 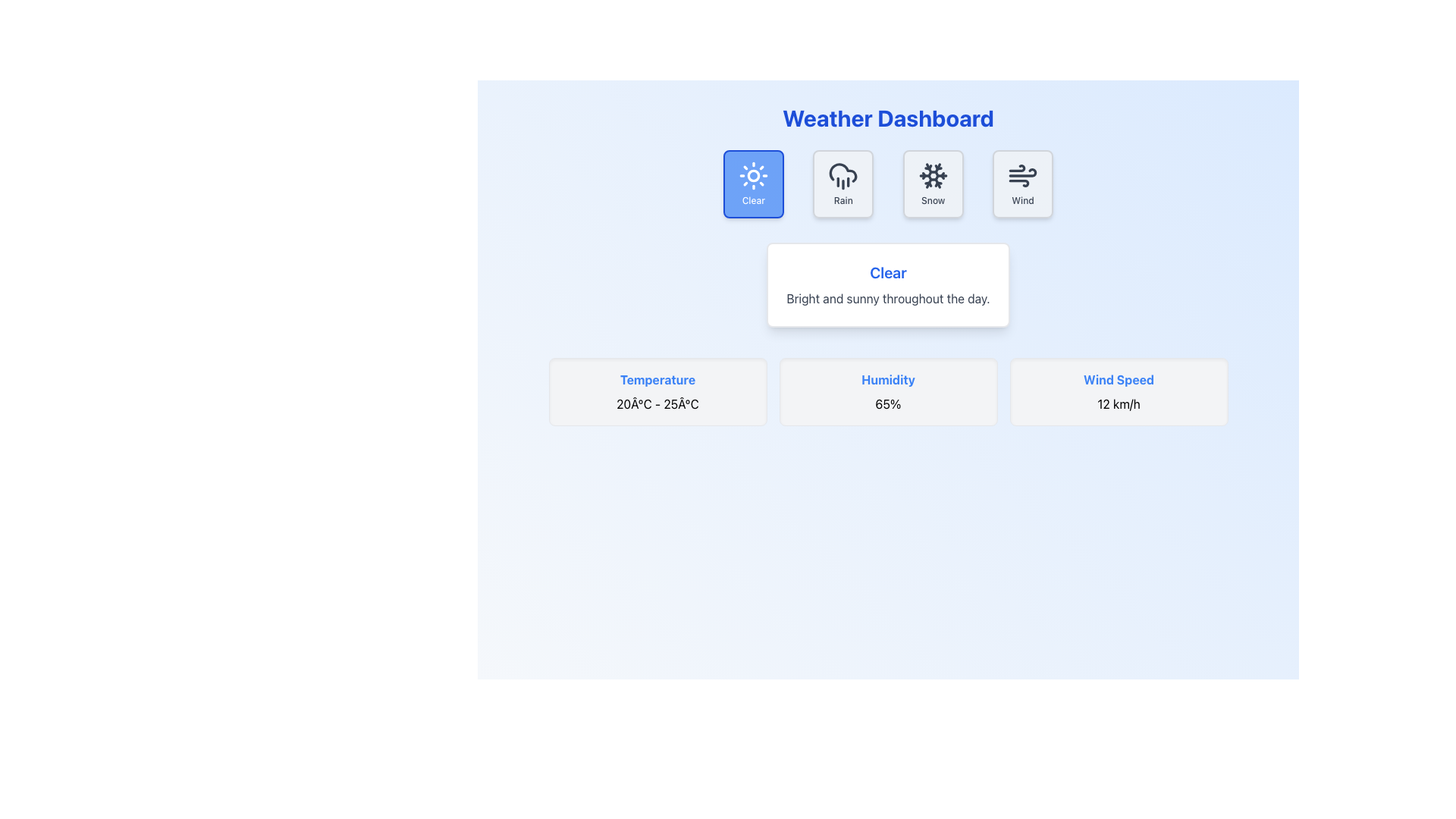 What do you see at coordinates (937, 170) in the screenshot?
I see `the smaller graphical component of the snowflake icon located at the top right corner of the icon` at bounding box center [937, 170].